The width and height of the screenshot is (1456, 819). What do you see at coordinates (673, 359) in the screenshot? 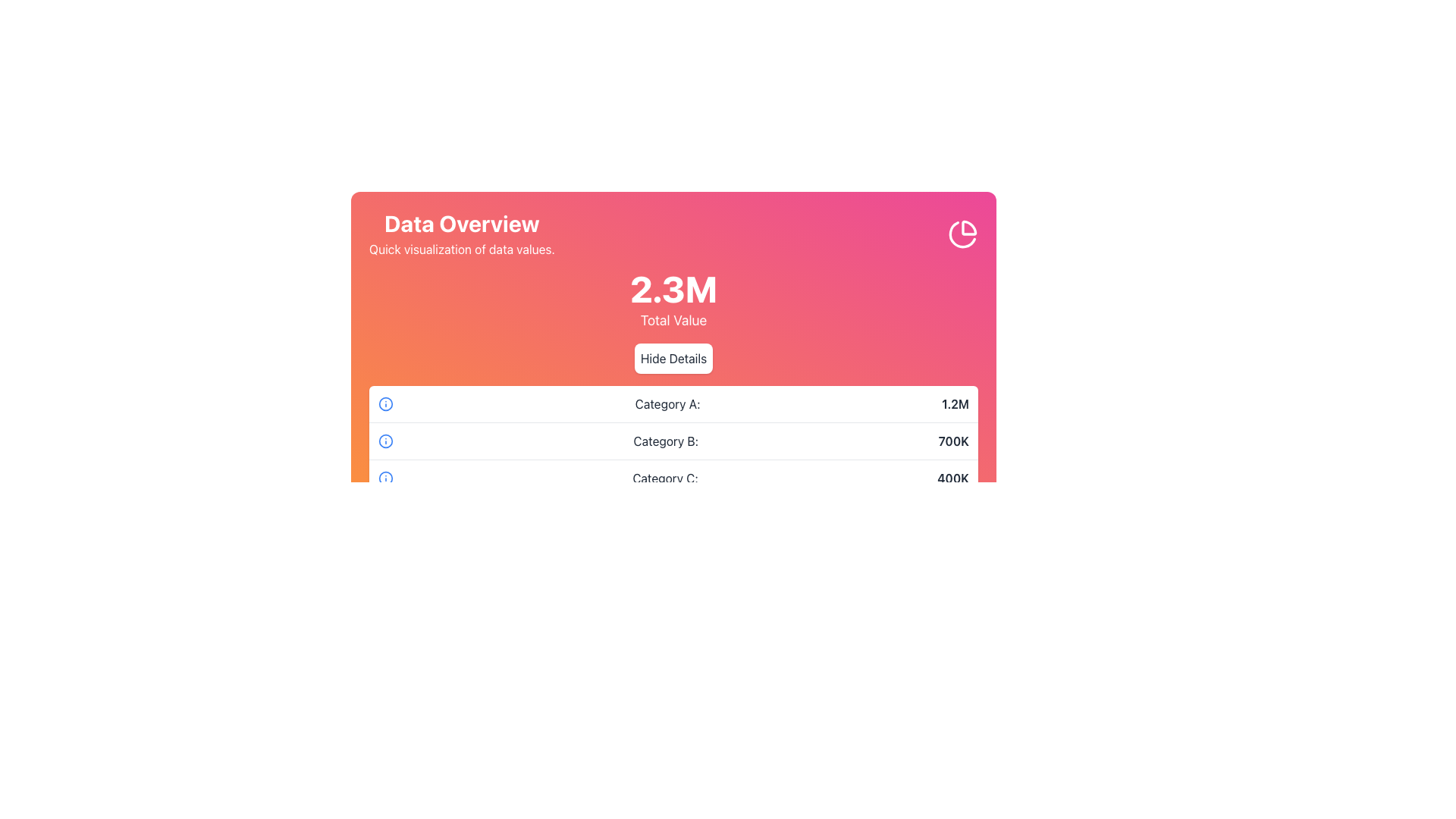
I see `the 'Hide Details' button with rounded edges and gray text` at bounding box center [673, 359].